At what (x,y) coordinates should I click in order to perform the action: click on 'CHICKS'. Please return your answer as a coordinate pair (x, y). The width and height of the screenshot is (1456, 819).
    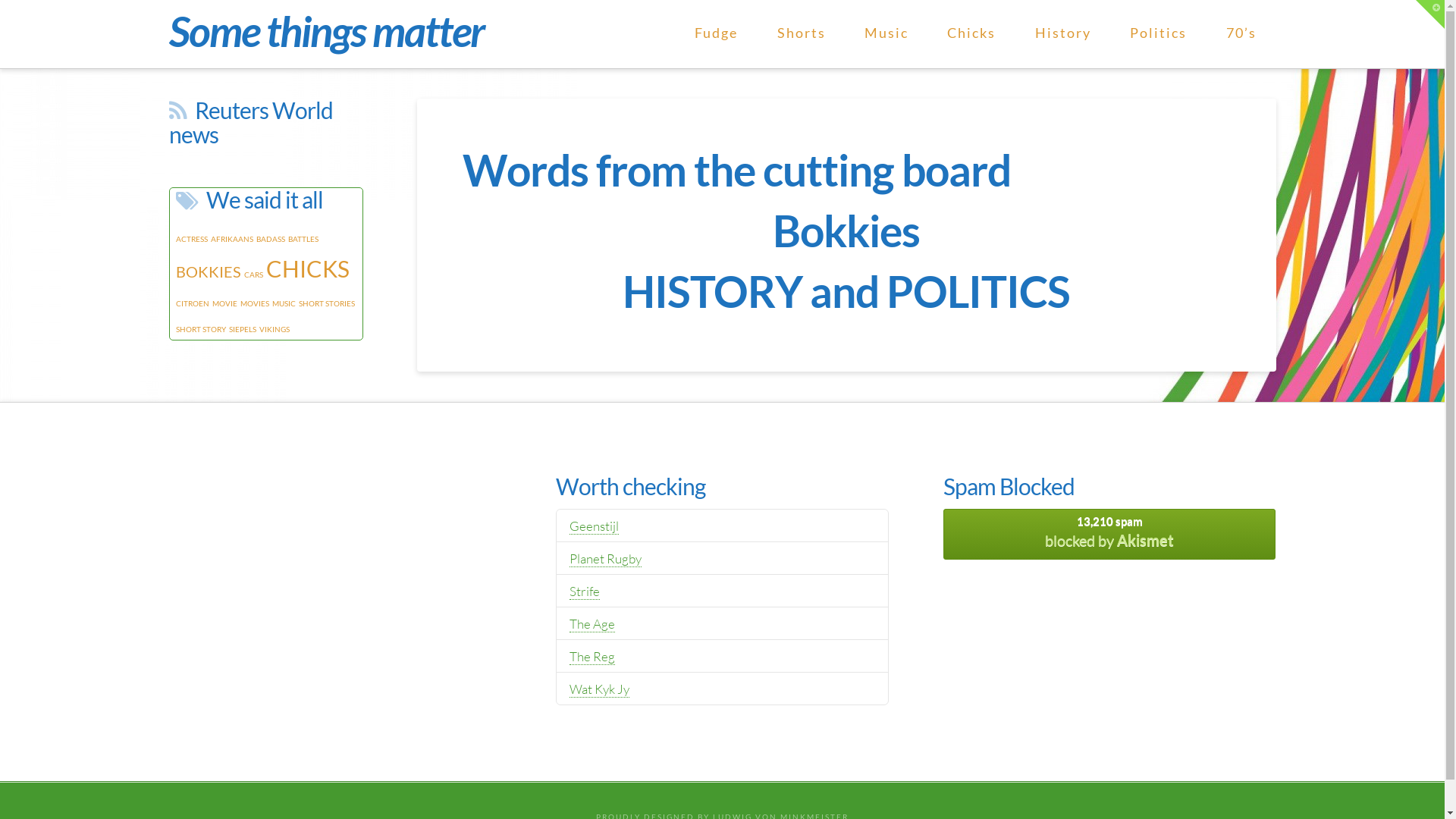
    Looking at the image, I should click on (306, 268).